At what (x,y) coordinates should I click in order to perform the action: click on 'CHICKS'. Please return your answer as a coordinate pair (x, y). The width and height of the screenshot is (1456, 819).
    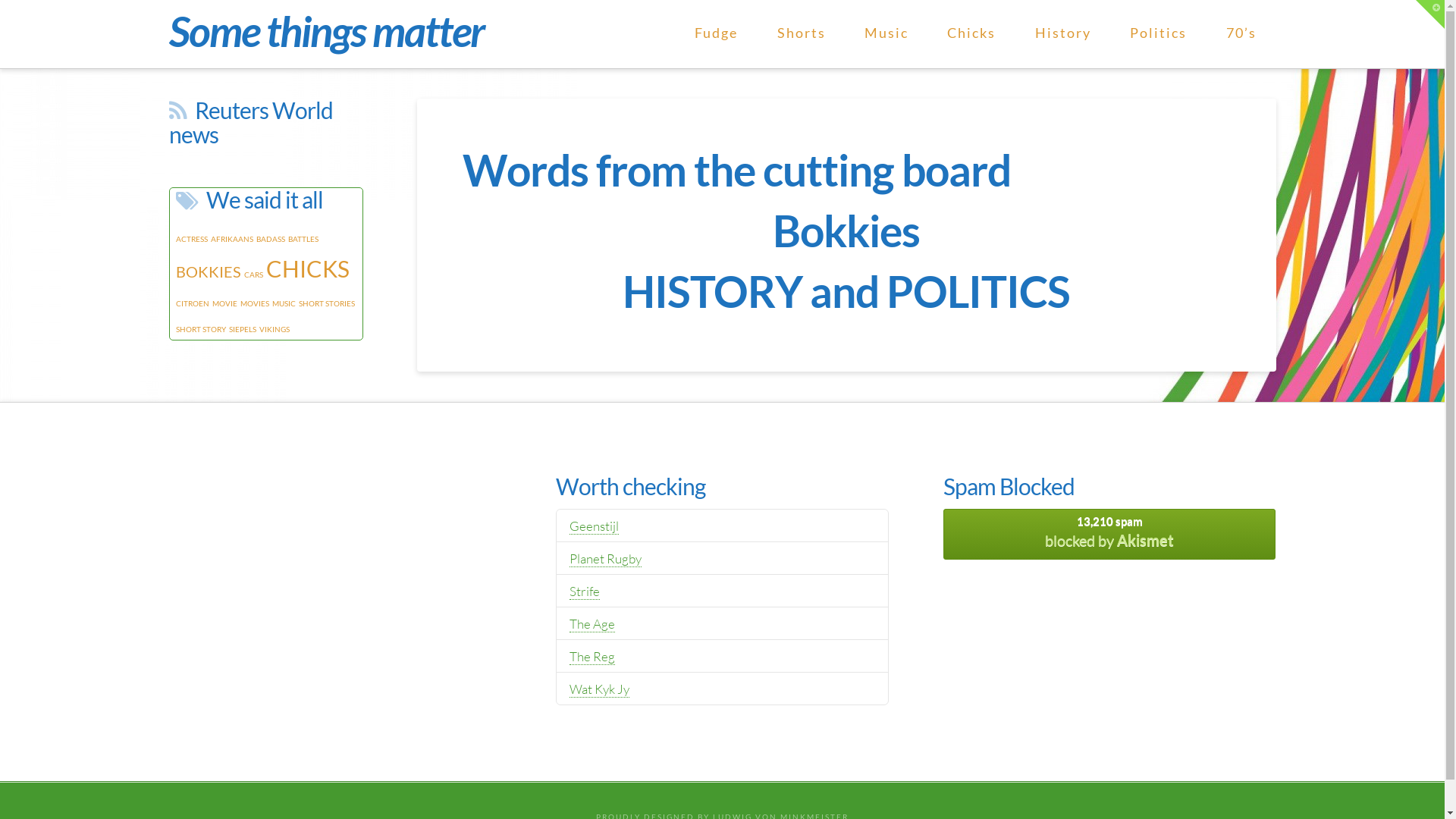
    Looking at the image, I should click on (306, 268).